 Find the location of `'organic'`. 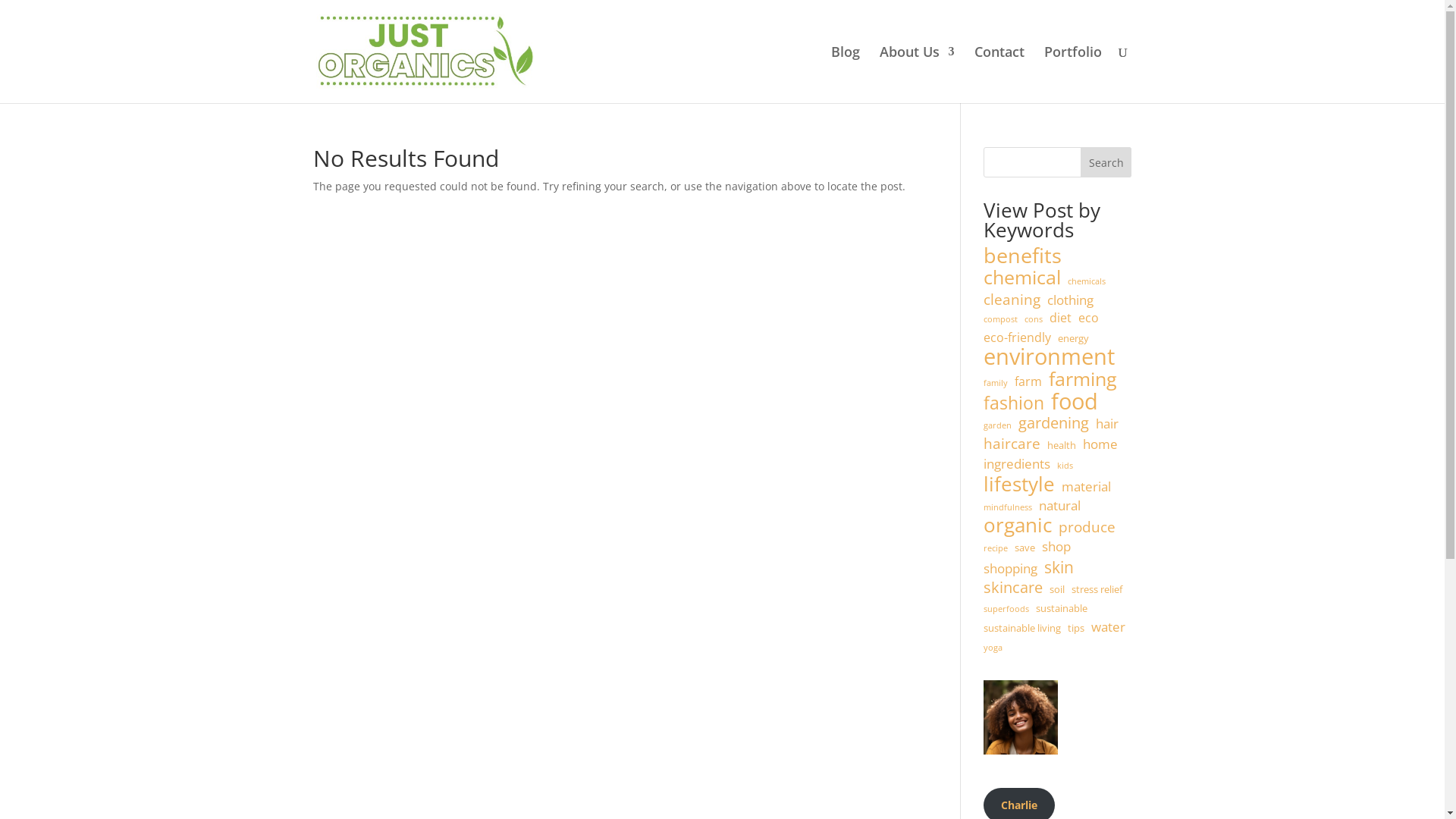

'organic' is located at coordinates (1018, 525).